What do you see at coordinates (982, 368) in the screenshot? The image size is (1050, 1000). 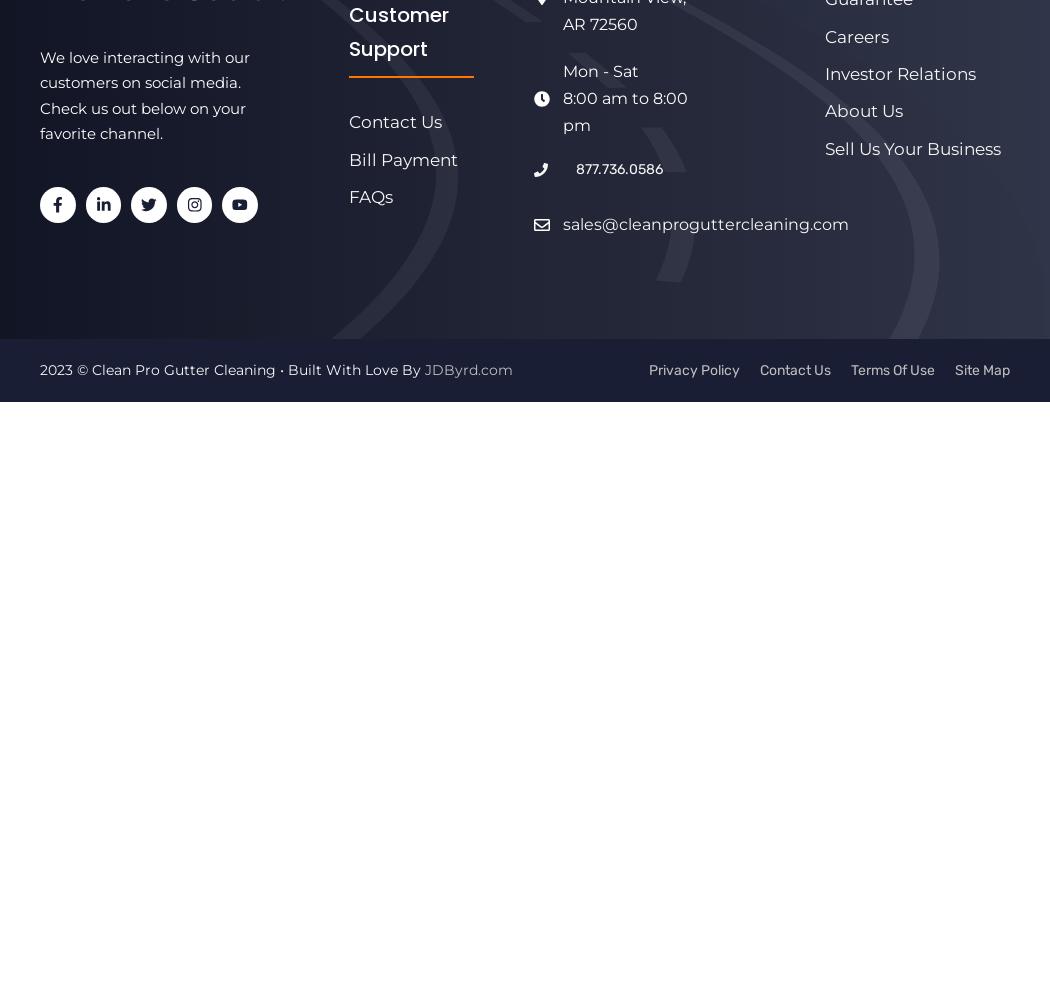 I see `'Site Map'` at bounding box center [982, 368].